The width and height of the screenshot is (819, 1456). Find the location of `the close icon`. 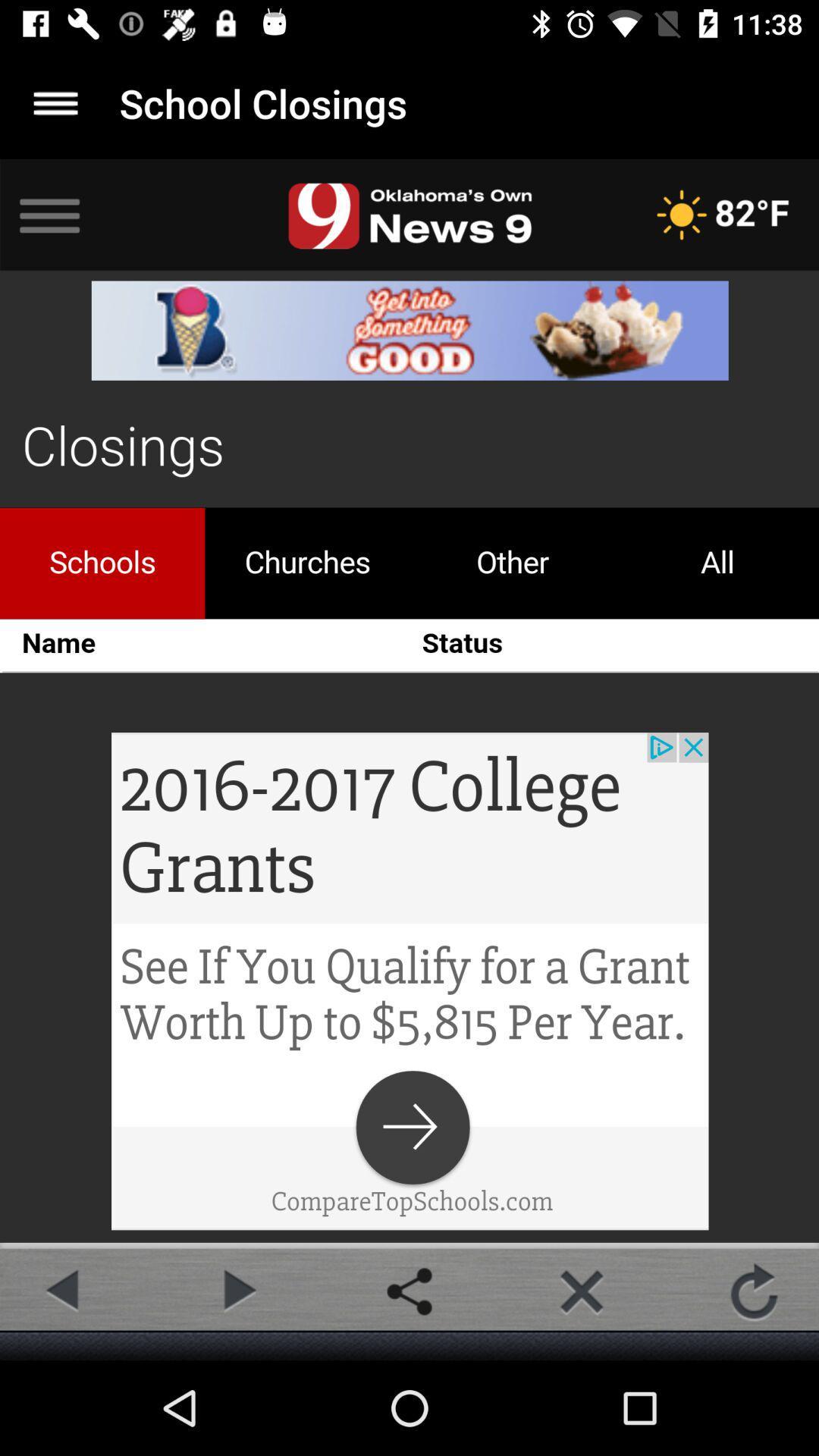

the close icon is located at coordinates (581, 1291).